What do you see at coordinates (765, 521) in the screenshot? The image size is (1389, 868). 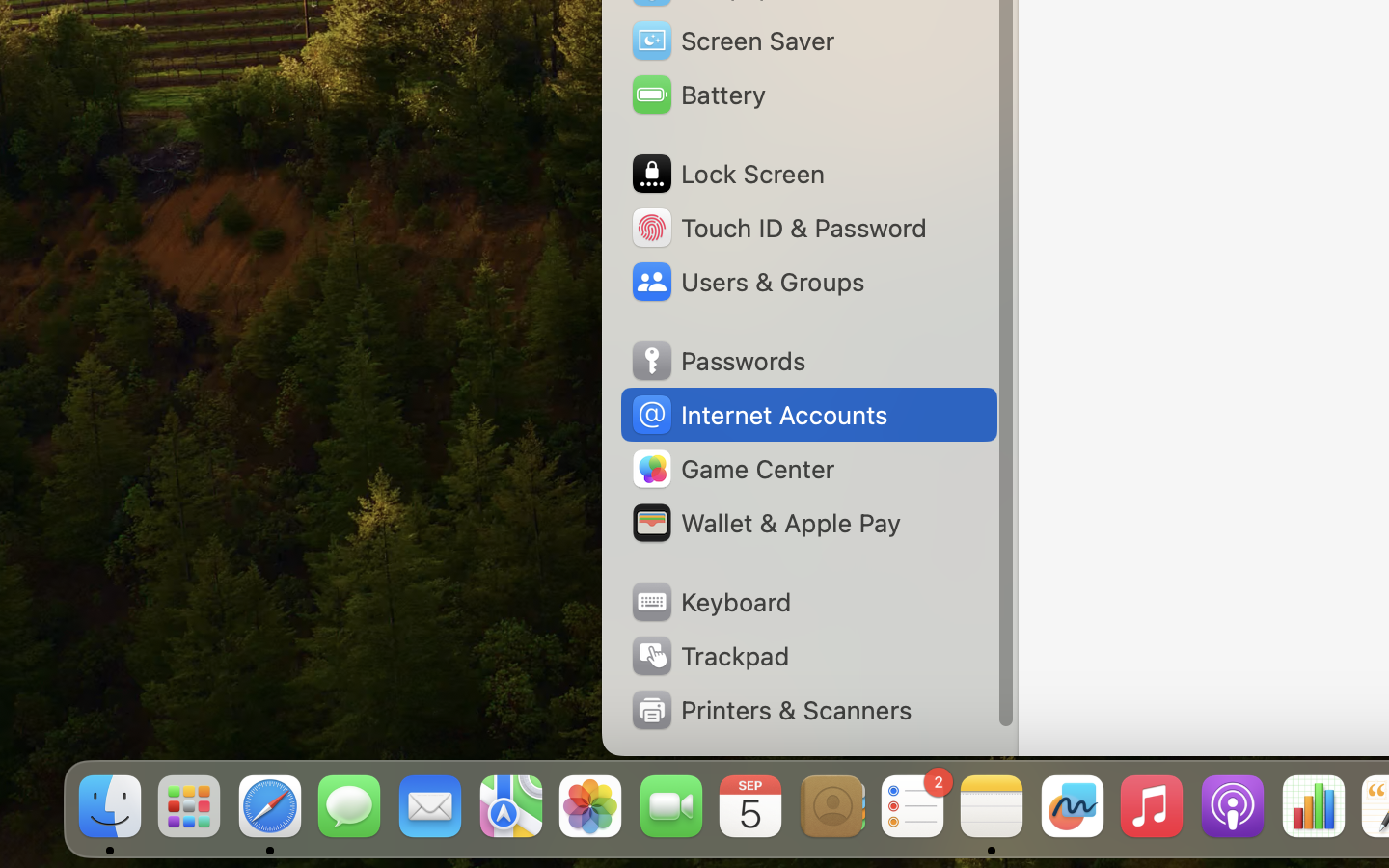 I see `'Wallet & Apple Pay'` at bounding box center [765, 521].